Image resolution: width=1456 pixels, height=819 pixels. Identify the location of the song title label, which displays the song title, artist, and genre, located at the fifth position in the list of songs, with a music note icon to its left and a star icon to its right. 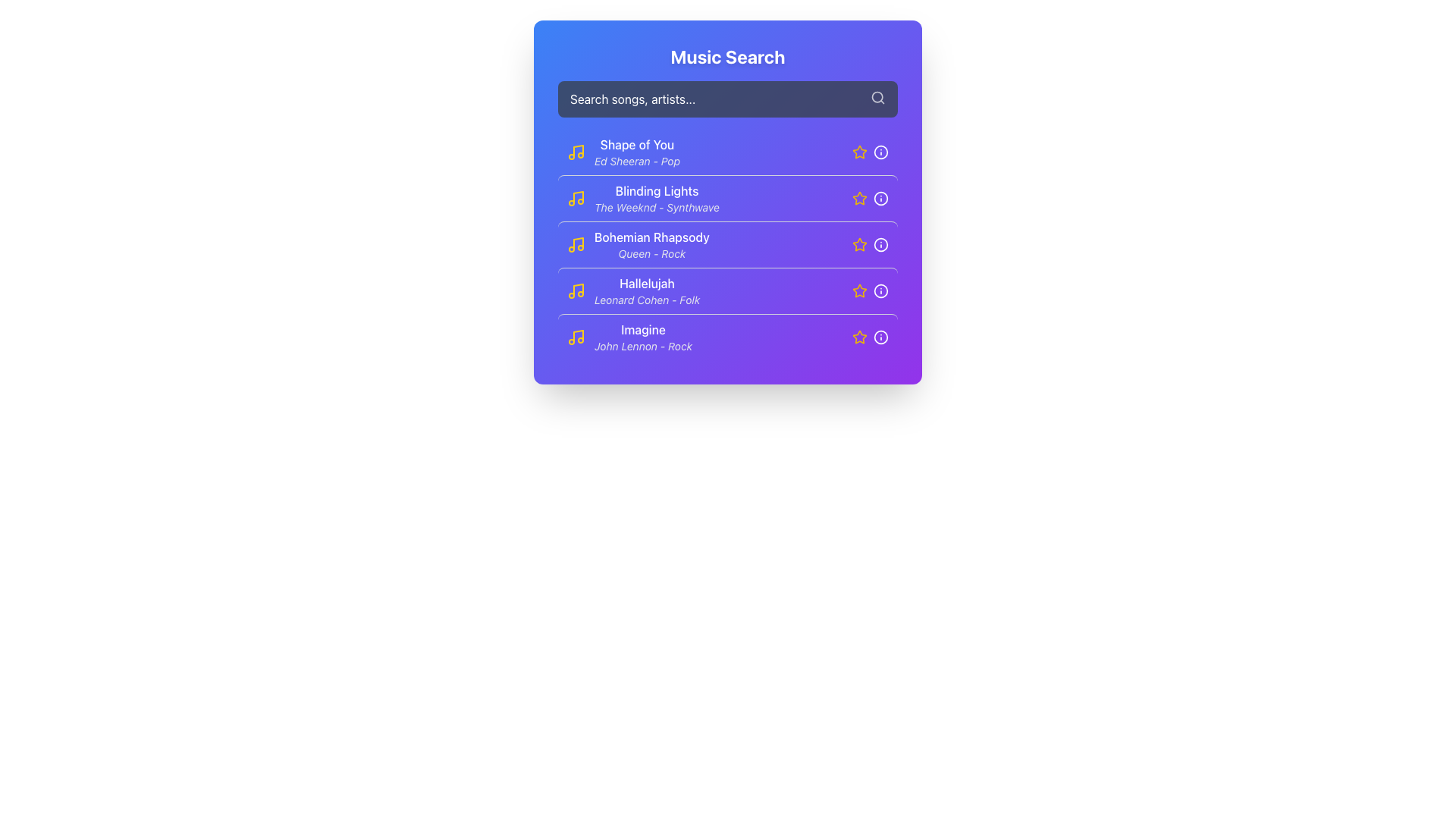
(643, 336).